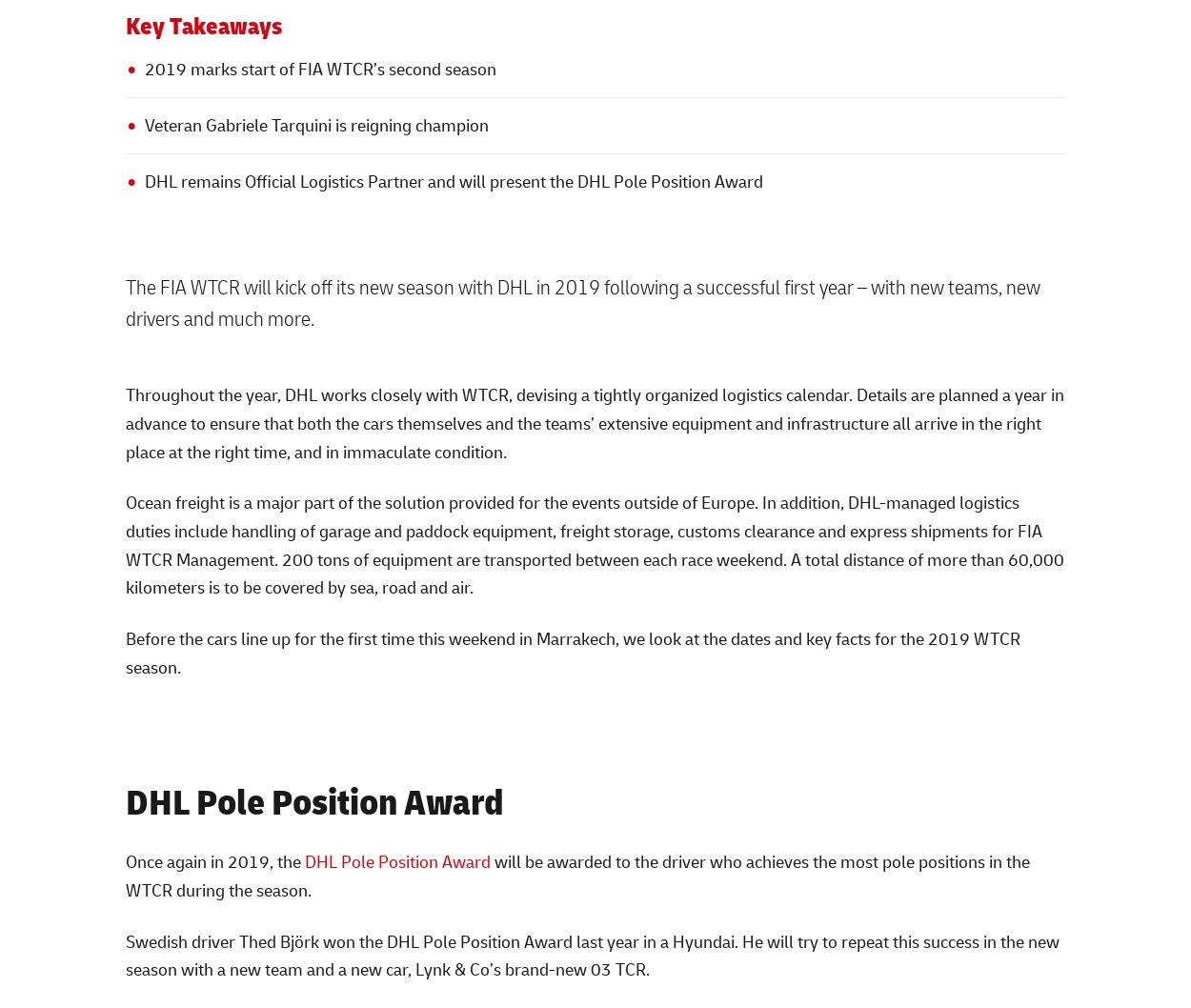  Describe the element at coordinates (318, 69) in the screenshot. I see `'2019 marks start of FIA WTCR’s second season'` at that location.